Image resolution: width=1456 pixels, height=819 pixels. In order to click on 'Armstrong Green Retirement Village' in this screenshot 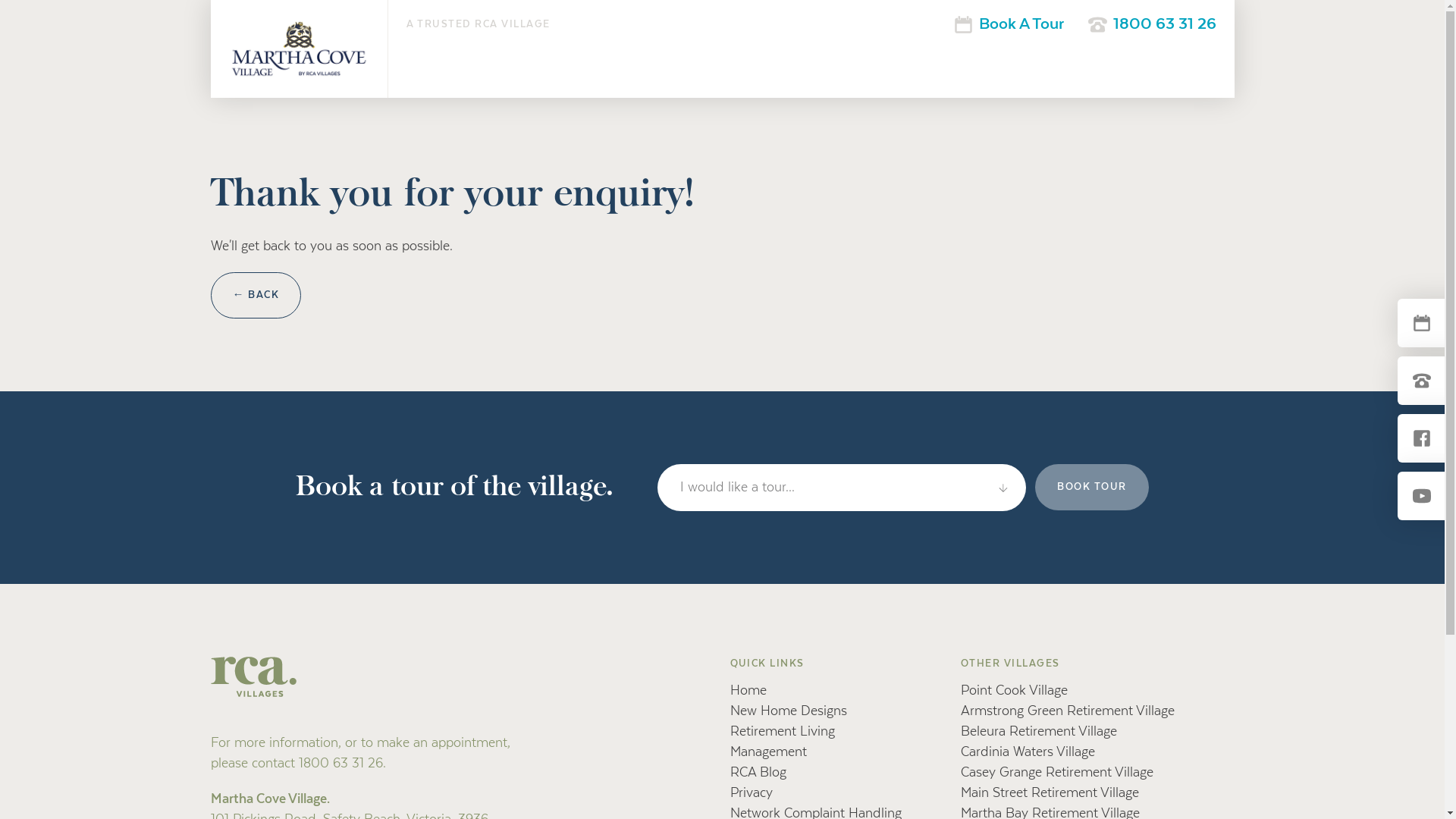, I will do `click(1066, 711)`.